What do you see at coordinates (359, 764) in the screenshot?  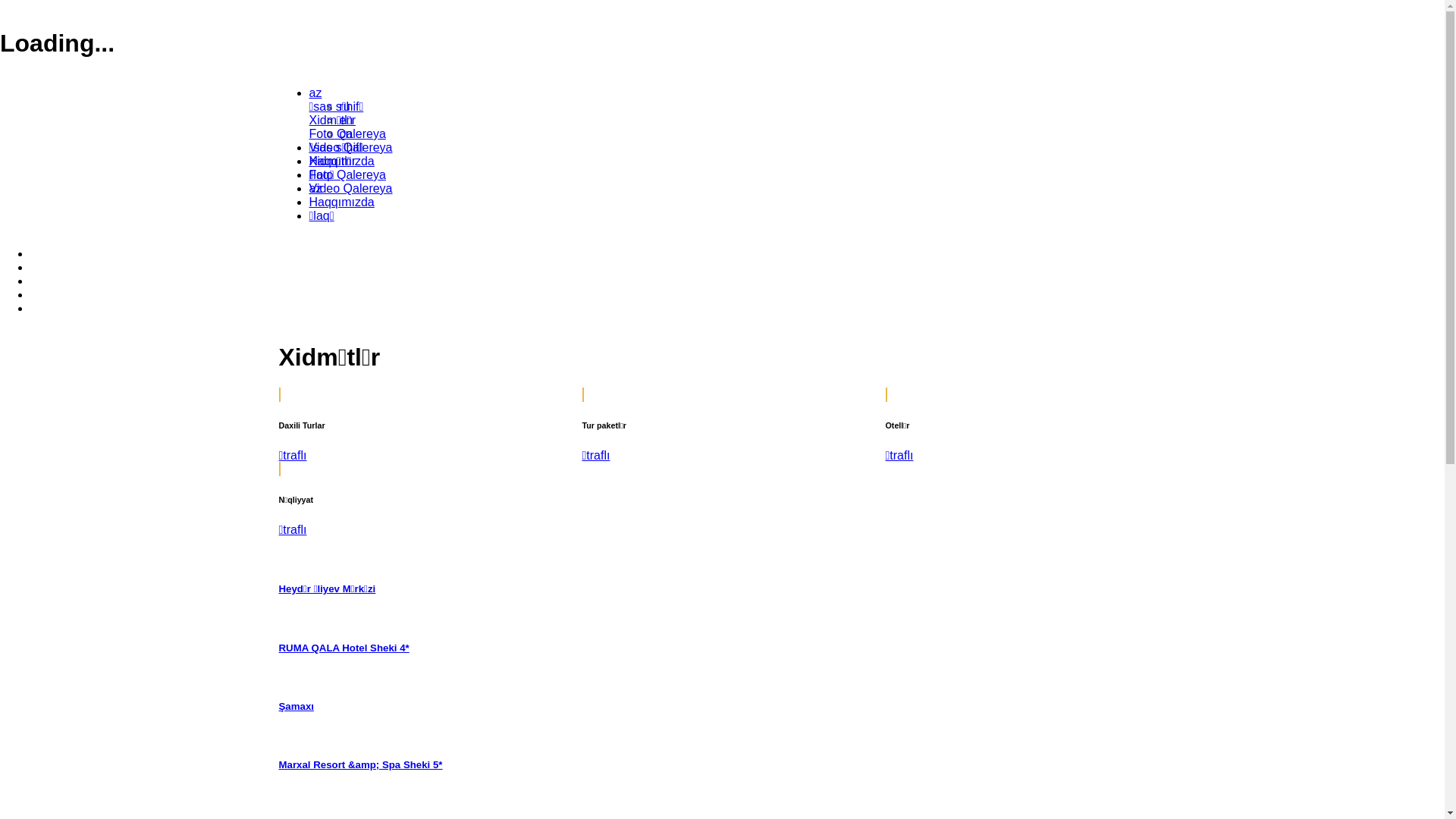 I see `'Marxal Resort &amp; Spa Sheki 5*'` at bounding box center [359, 764].